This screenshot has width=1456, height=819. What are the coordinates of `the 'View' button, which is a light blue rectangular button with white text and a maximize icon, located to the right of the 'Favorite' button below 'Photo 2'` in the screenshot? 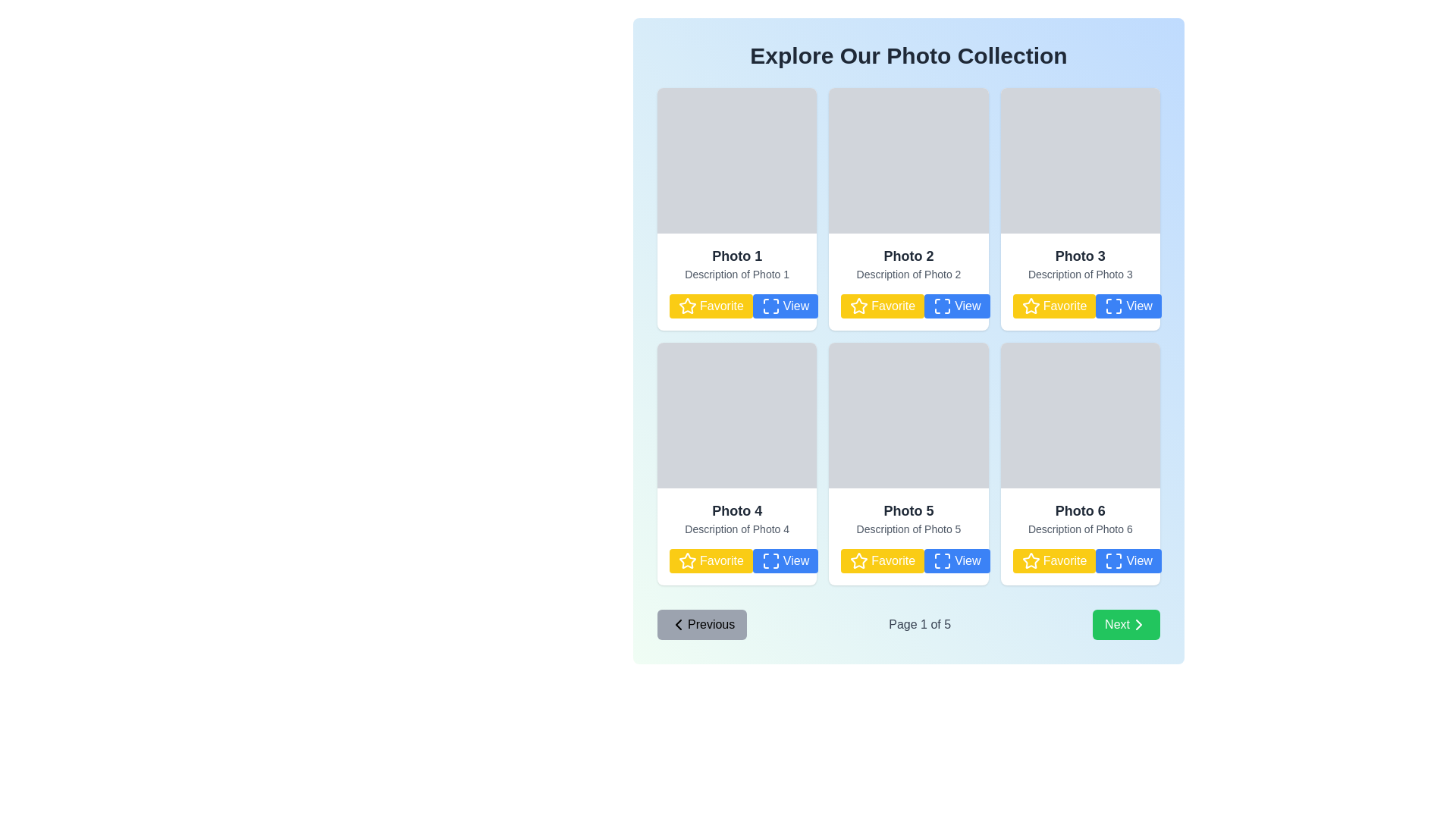 It's located at (956, 306).